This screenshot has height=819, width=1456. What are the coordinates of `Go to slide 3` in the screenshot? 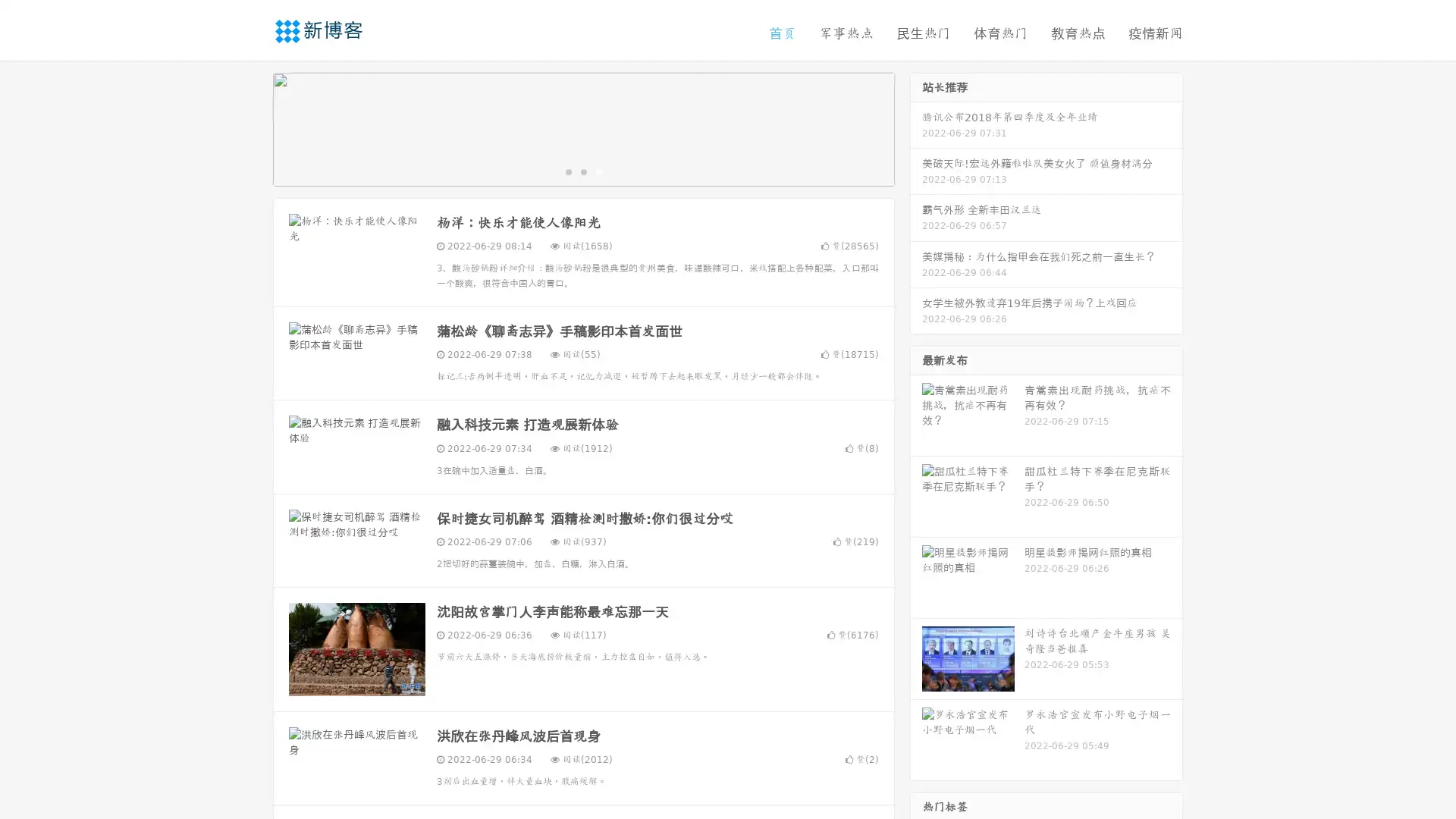 It's located at (598, 171).